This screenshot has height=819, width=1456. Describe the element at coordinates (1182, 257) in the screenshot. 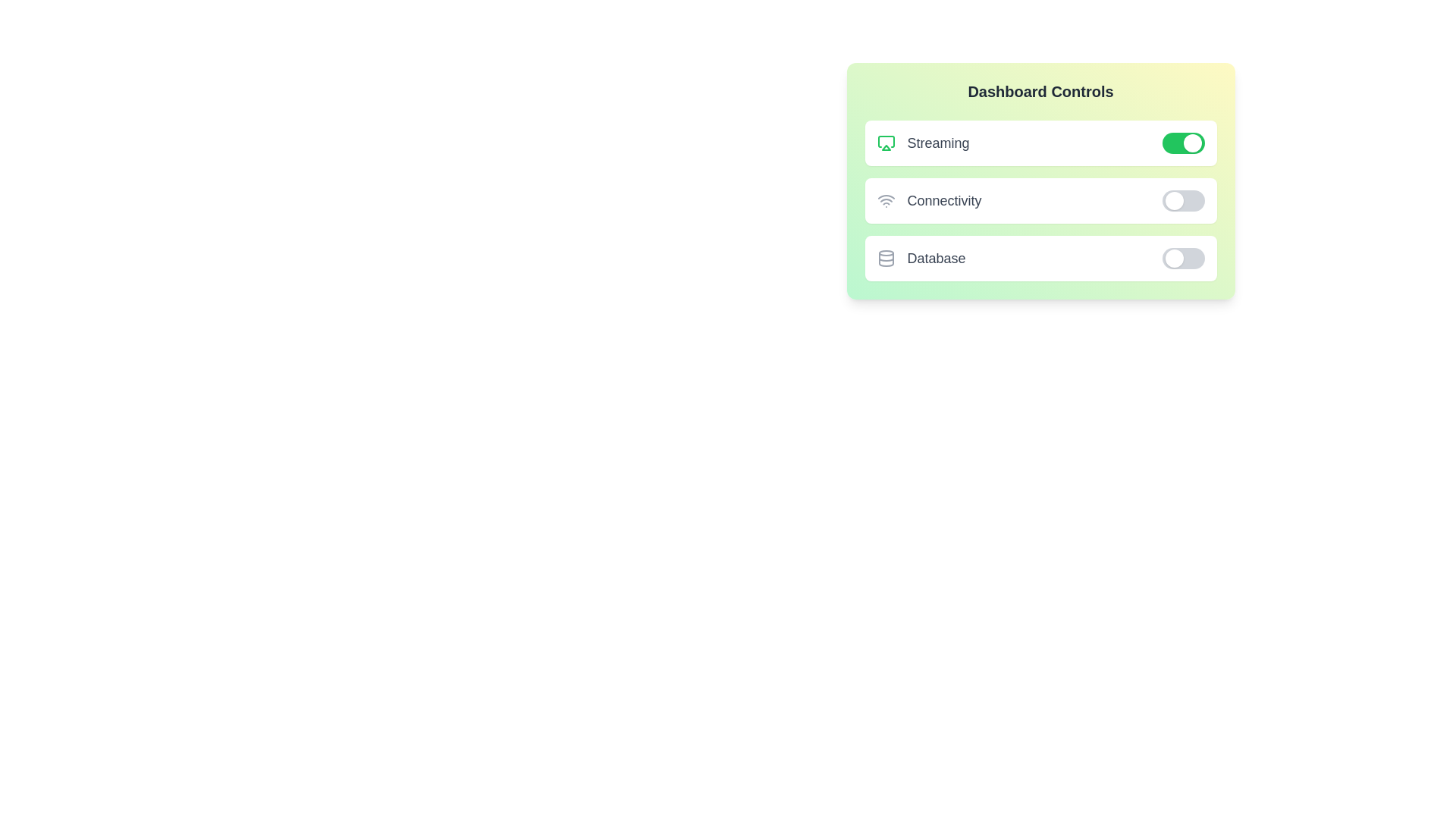

I see `the toggle switch for the 'Database' widget to change its state` at that location.